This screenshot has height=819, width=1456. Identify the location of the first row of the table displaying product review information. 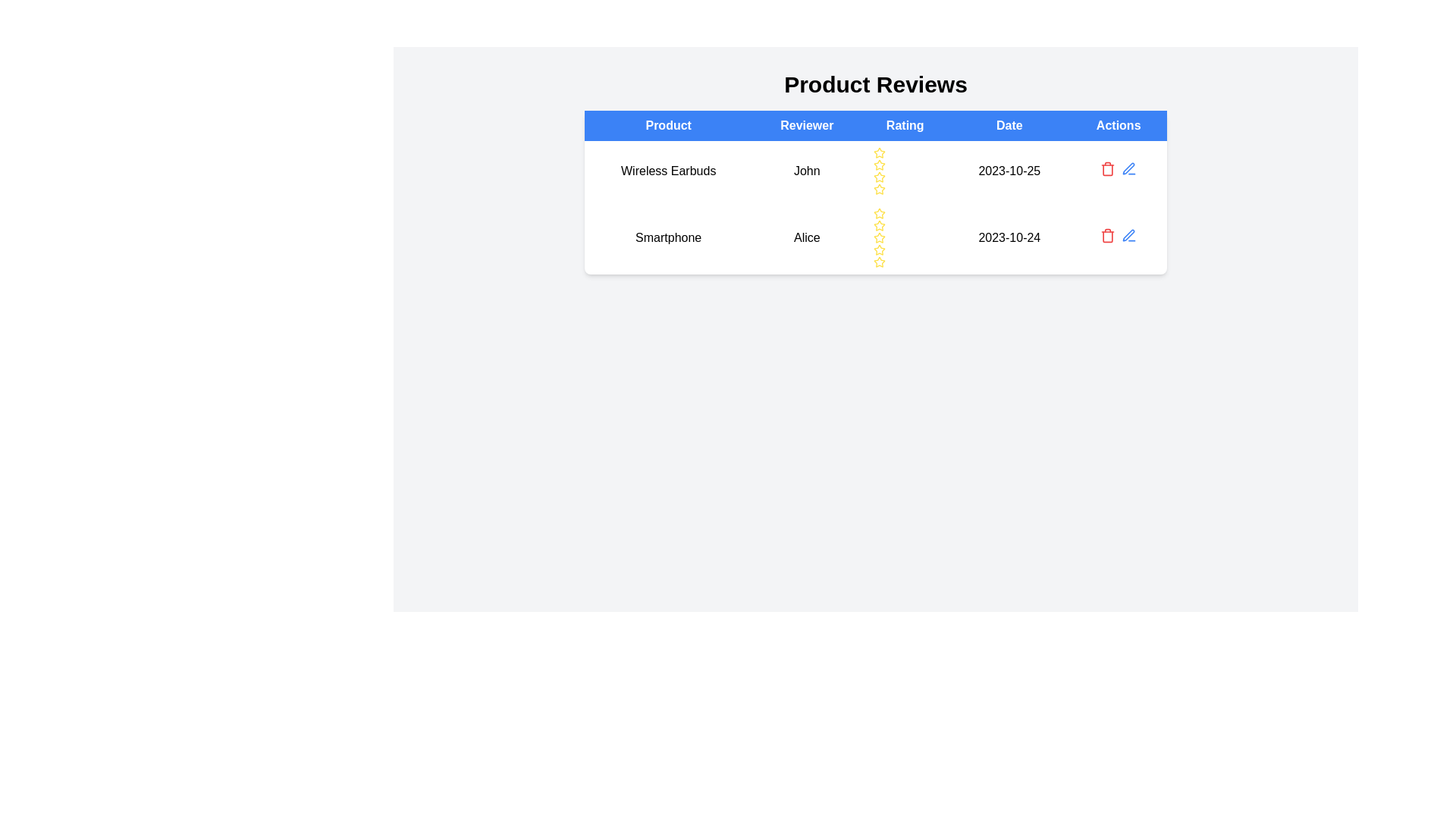
(876, 171).